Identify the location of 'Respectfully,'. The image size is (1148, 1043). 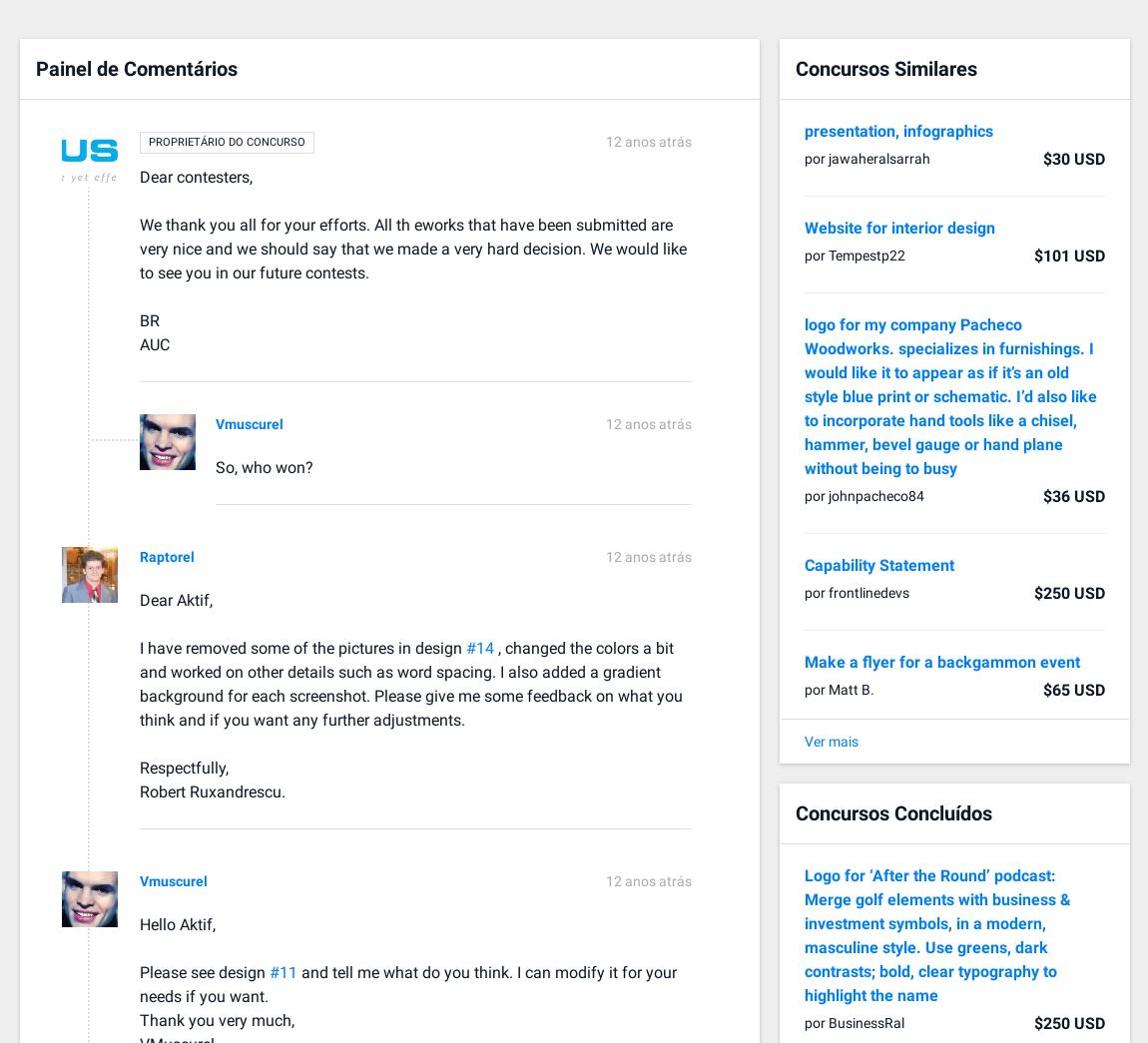
(138, 767).